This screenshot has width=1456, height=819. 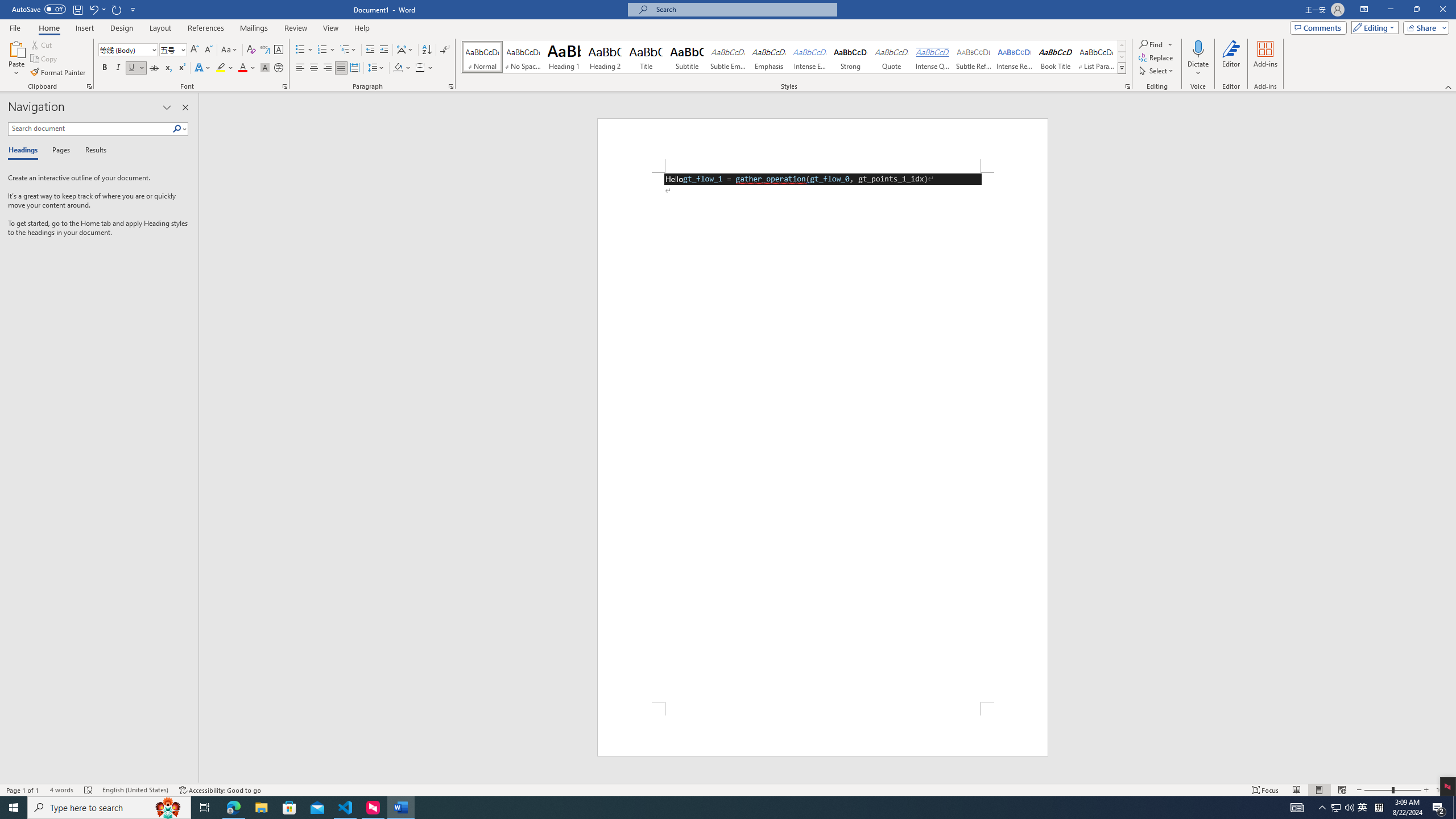 I want to click on 'Spelling and Grammar Check Errors', so click(x=88, y=790).